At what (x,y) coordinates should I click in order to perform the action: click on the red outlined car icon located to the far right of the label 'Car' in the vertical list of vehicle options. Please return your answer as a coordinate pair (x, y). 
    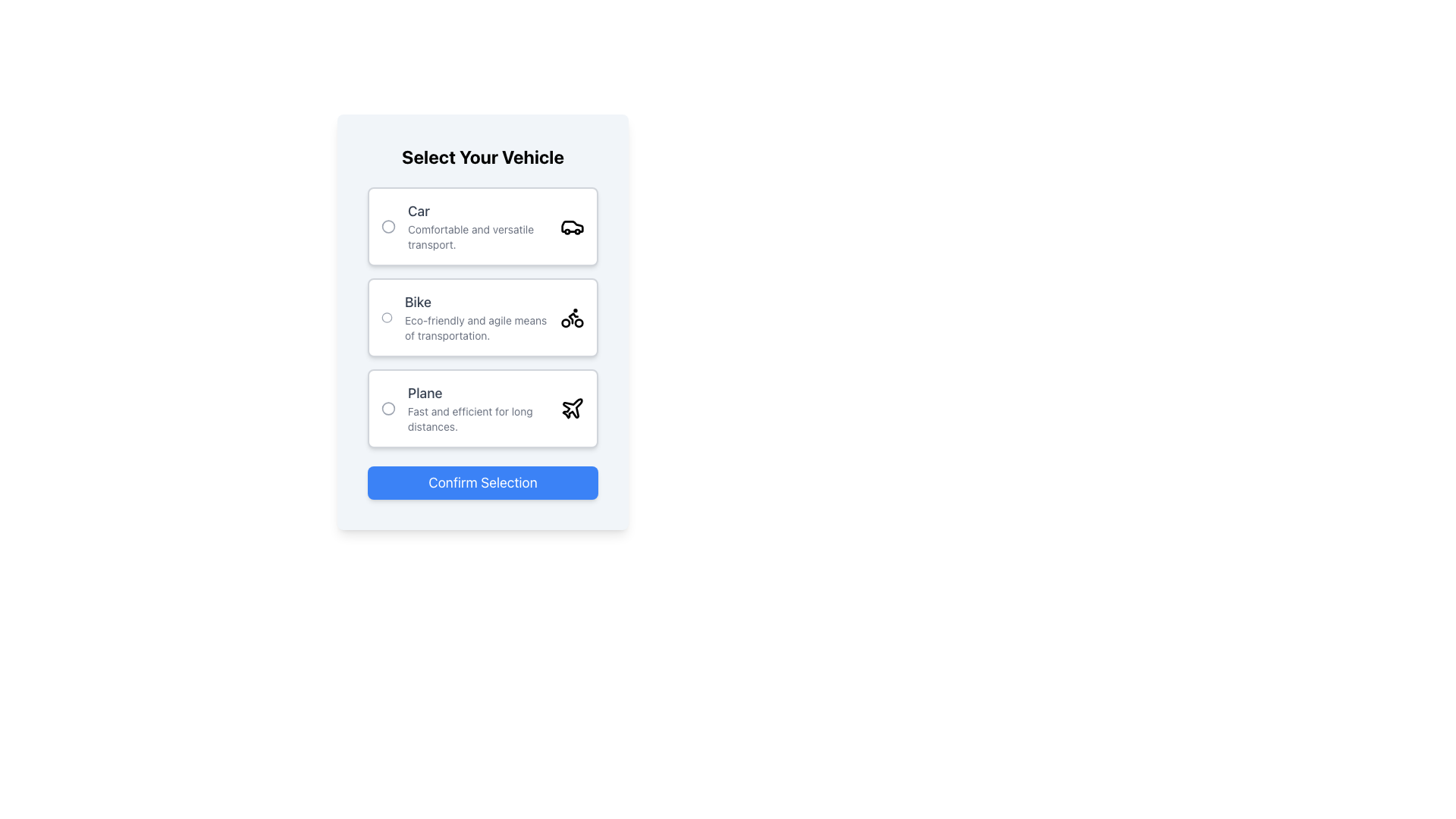
    Looking at the image, I should click on (571, 227).